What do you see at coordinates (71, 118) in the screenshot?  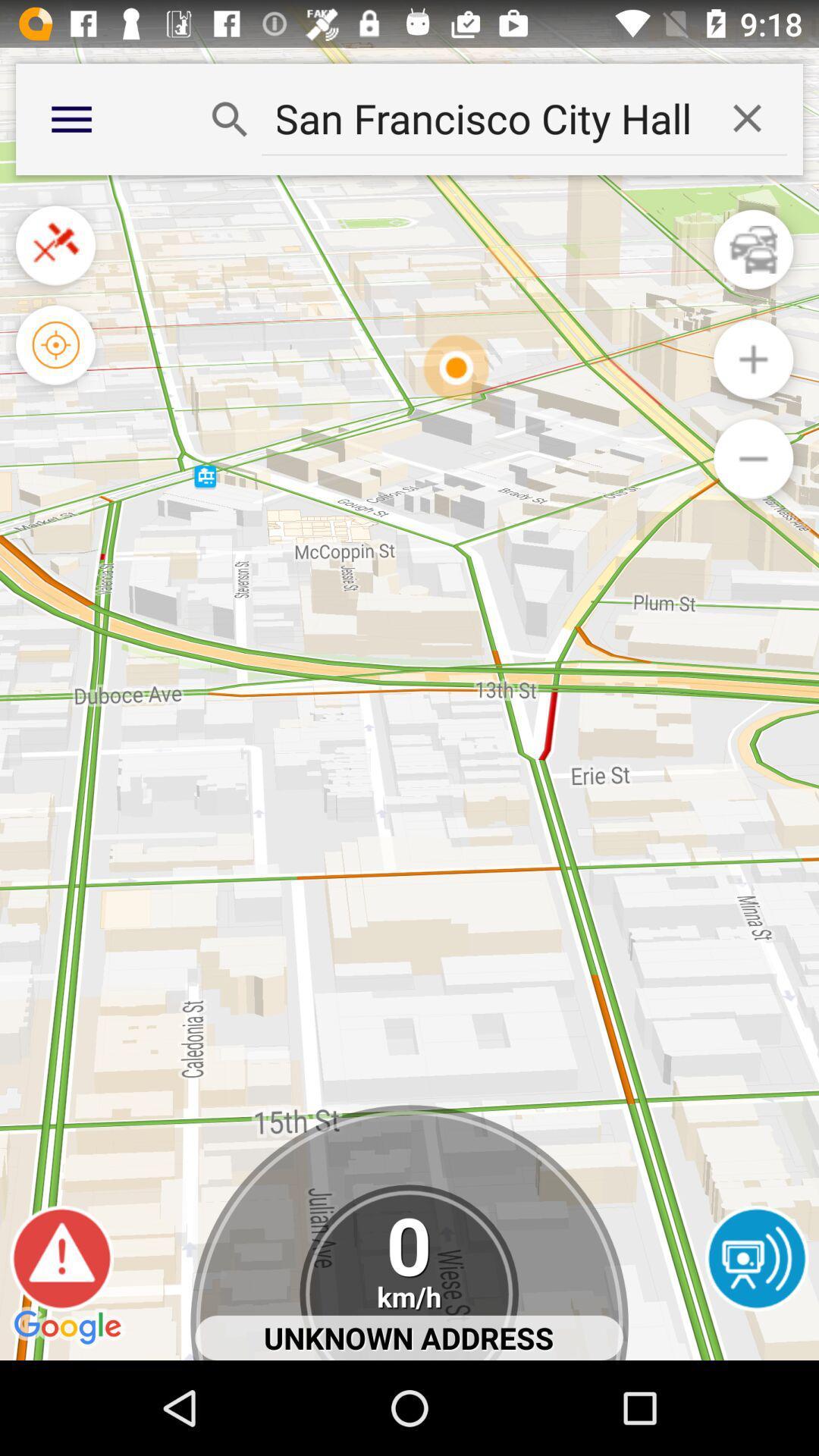 I see `the more option on the top left corner` at bounding box center [71, 118].